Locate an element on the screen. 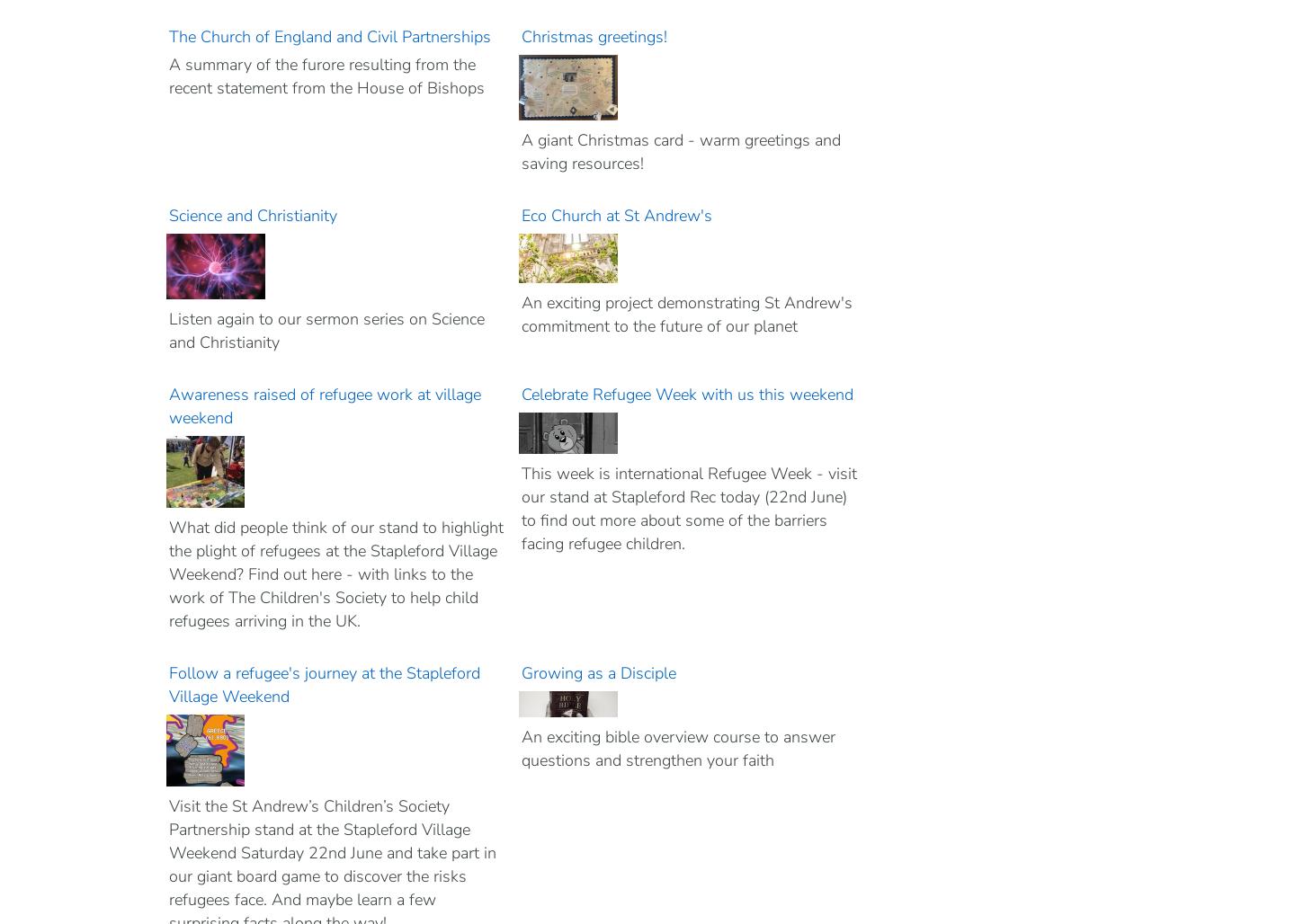  'Growing as a Disciple' is located at coordinates (521, 672).